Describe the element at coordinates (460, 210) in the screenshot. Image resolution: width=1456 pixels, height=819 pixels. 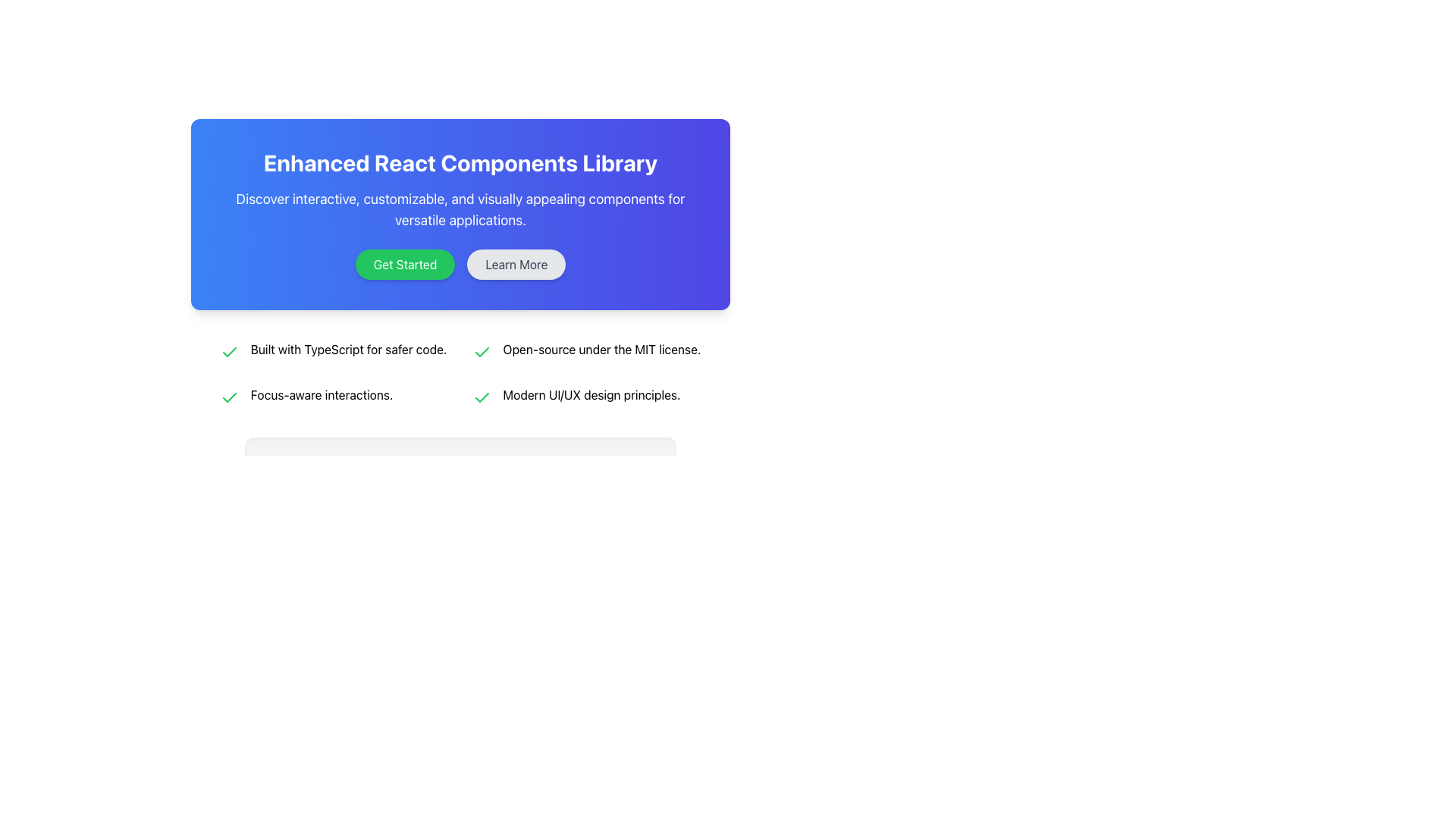
I see `the text label that reads 'Discover interactive, customizable, and visually appealing components for versatile applications.' which is located beneath the title 'Enhanced React Components Library' with a gradient blue to indigo background` at that location.